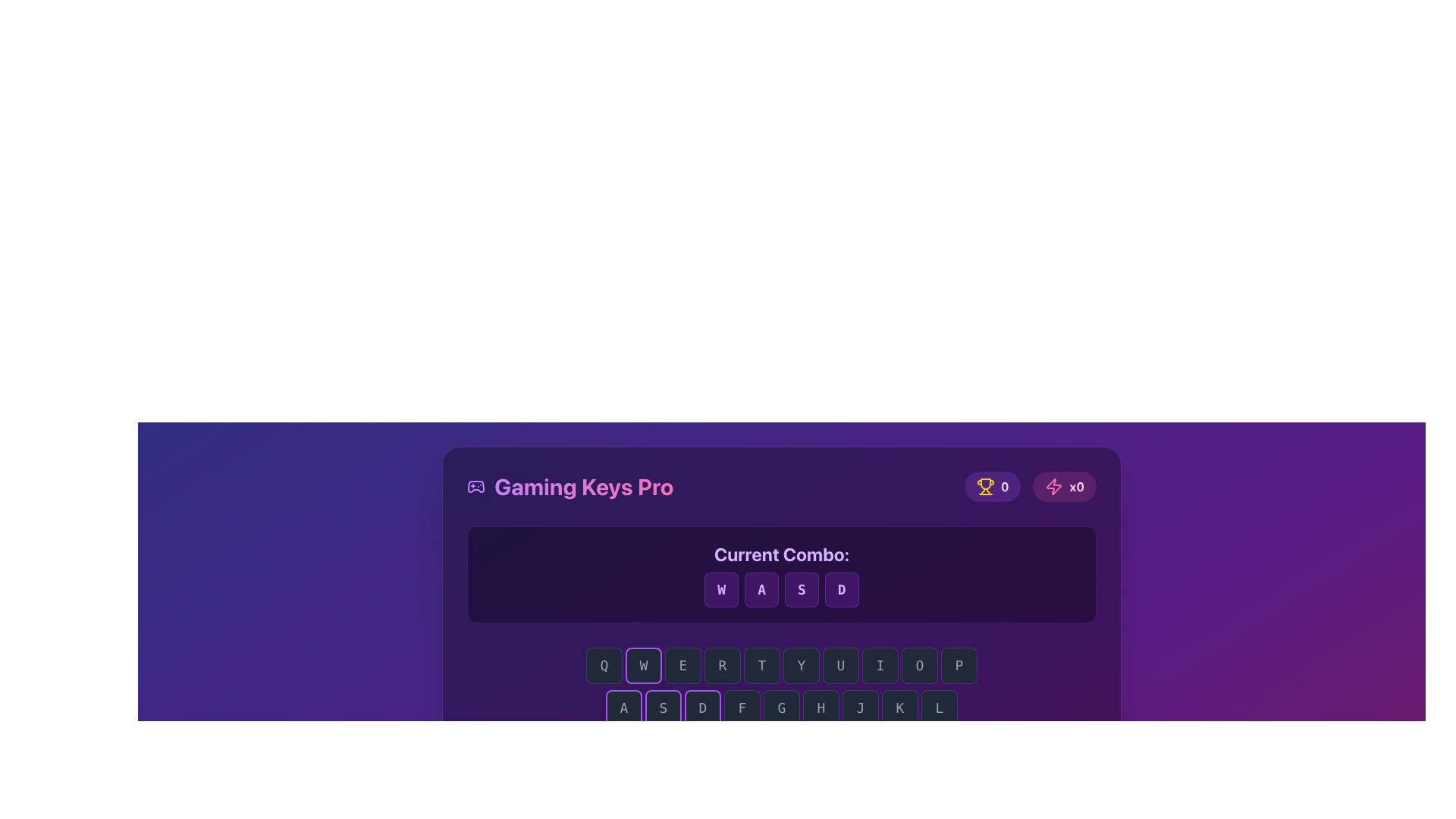 This screenshot has height=819, width=1456. What do you see at coordinates (1005, 486) in the screenshot?
I see `the text label displaying the number '0', which is bold and purple, located to the right of a yellow trophy icon within a purple pill-shaped button in the top-right corner of the main content area` at bounding box center [1005, 486].